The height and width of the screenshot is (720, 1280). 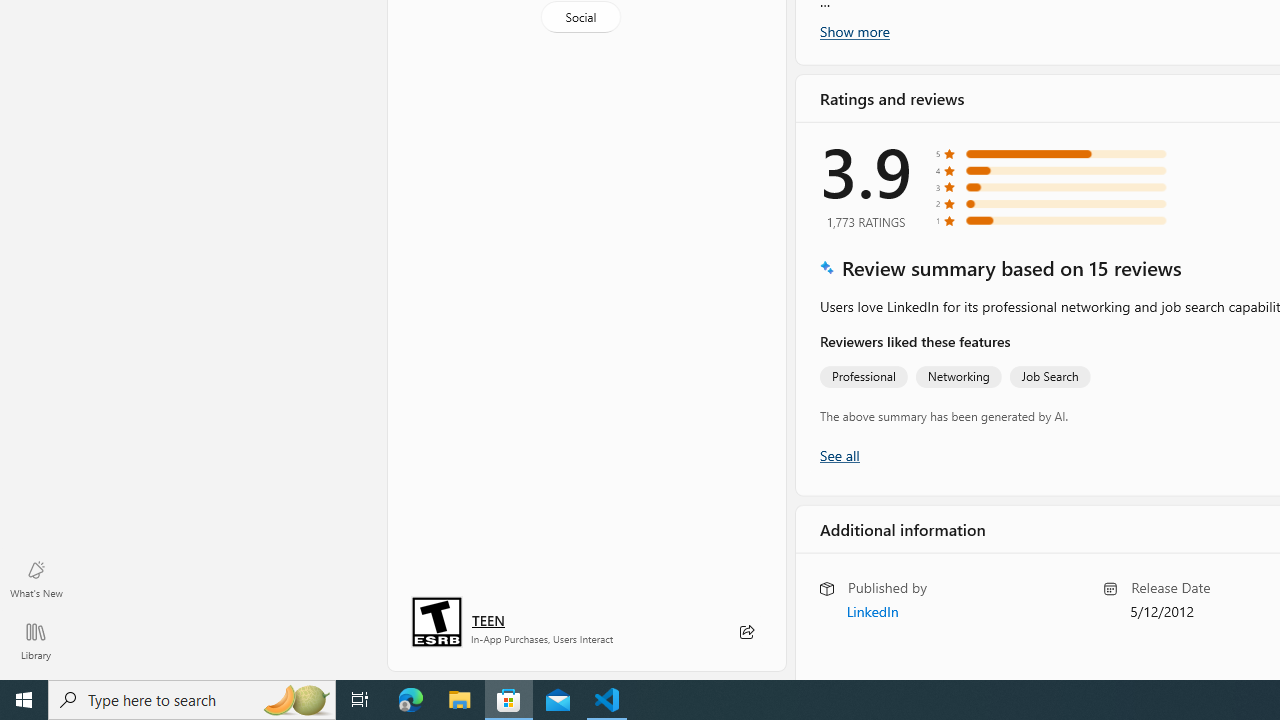 I want to click on 'What', so click(x=35, y=578).